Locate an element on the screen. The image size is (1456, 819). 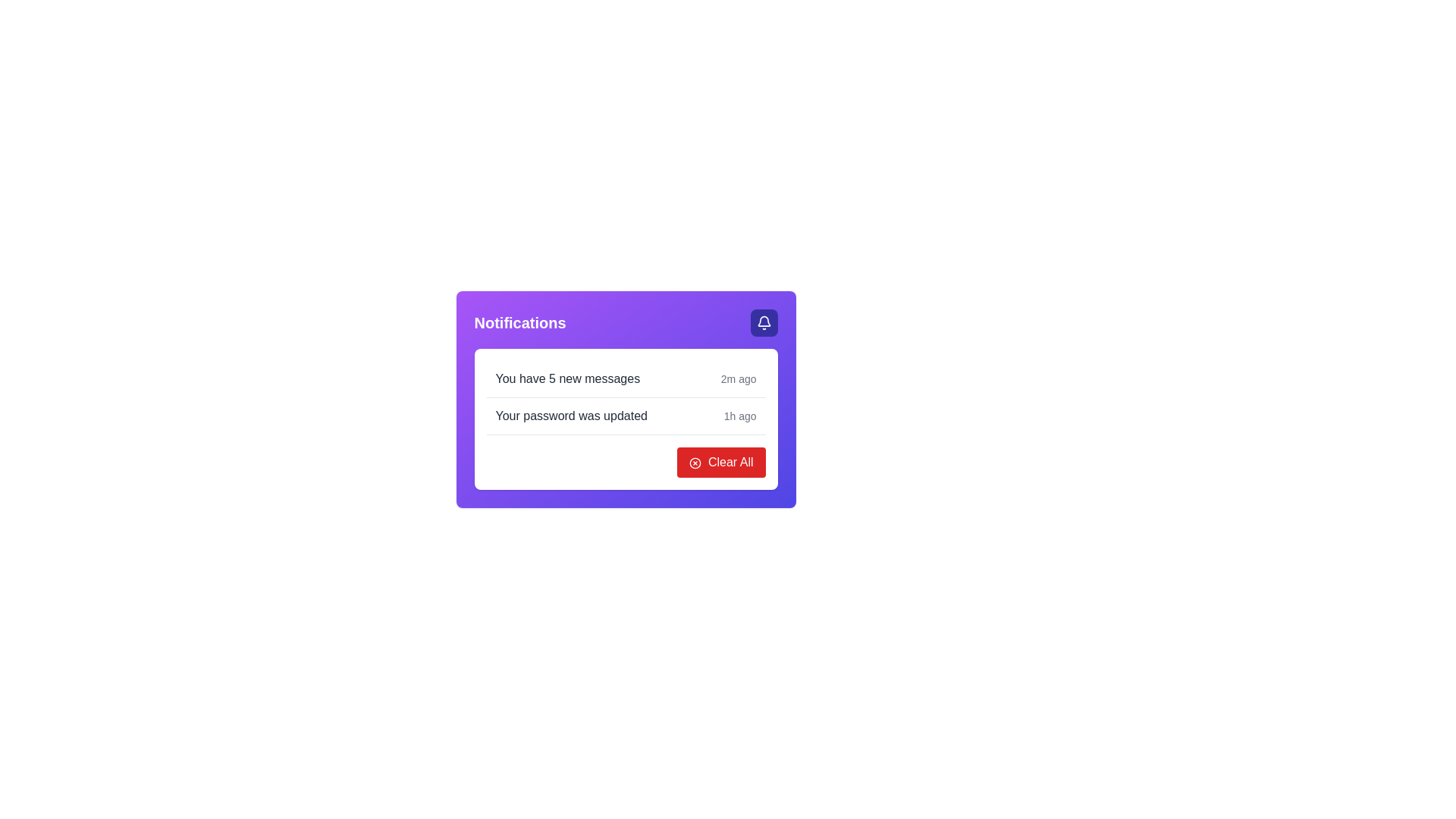
the rounded rectangular button with a deep indigo background and a simplified bell icon is located at coordinates (764, 322).